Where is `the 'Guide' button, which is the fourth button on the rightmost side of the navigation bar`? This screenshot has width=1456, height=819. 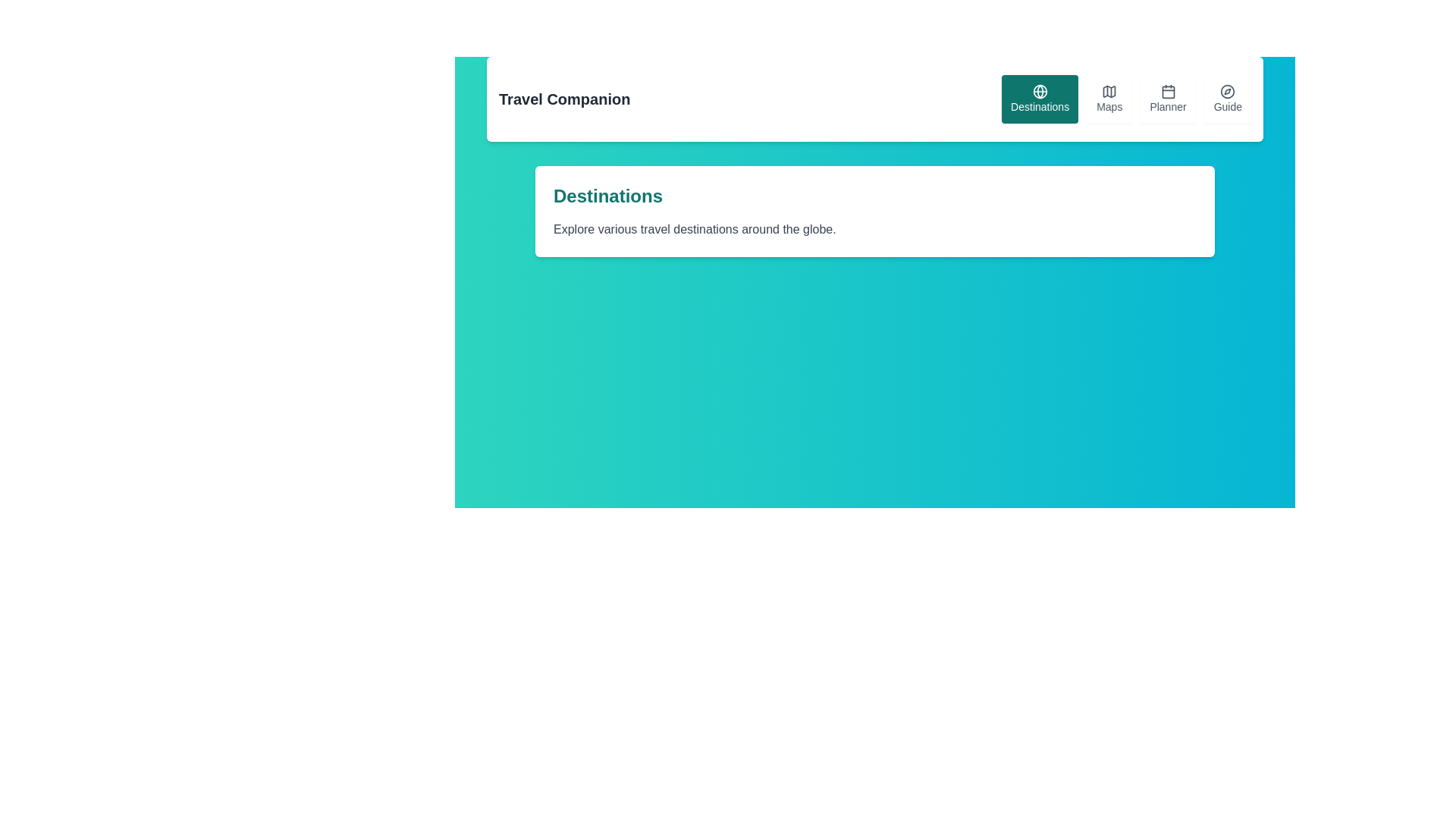
the 'Guide' button, which is the fourth button on the rightmost side of the navigation bar is located at coordinates (1228, 99).